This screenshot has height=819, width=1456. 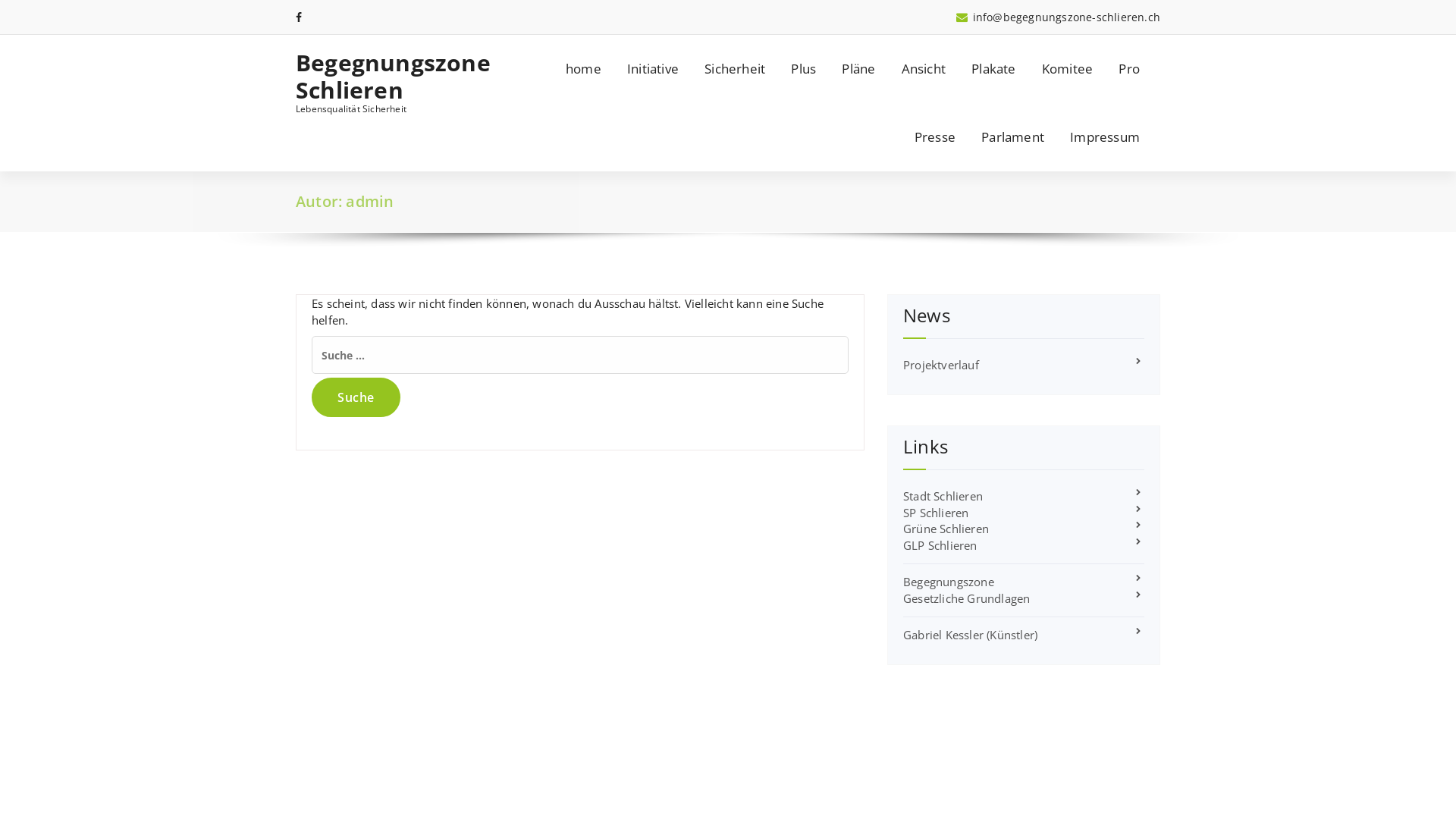 I want to click on 'Ansicht', so click(x=889, y=69).